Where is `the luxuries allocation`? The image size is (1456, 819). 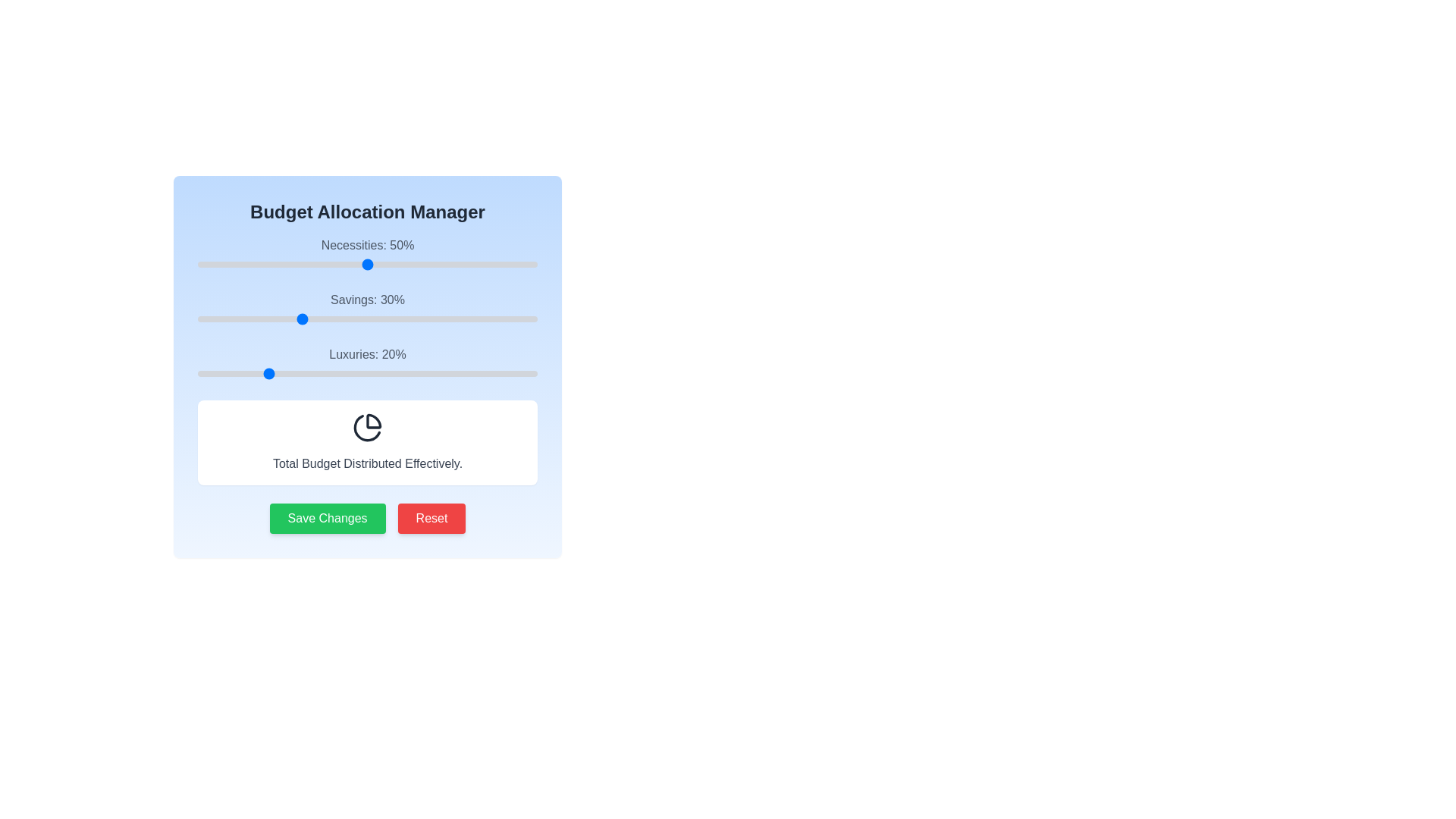
the luxuries allocation is located at coordinates (306, 374).